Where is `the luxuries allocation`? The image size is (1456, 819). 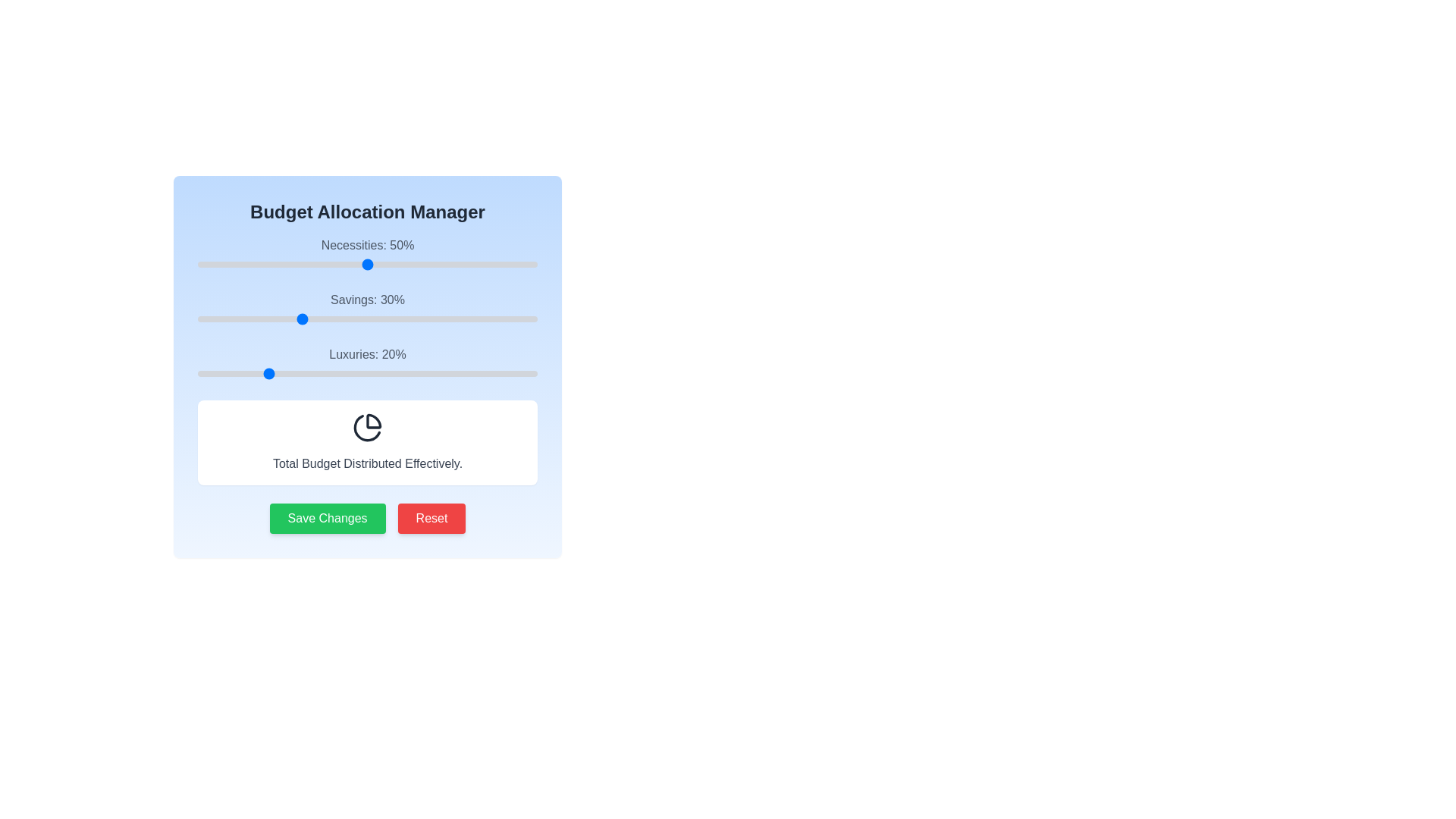
the luxuries allocation is located at coordinates (306, 374).